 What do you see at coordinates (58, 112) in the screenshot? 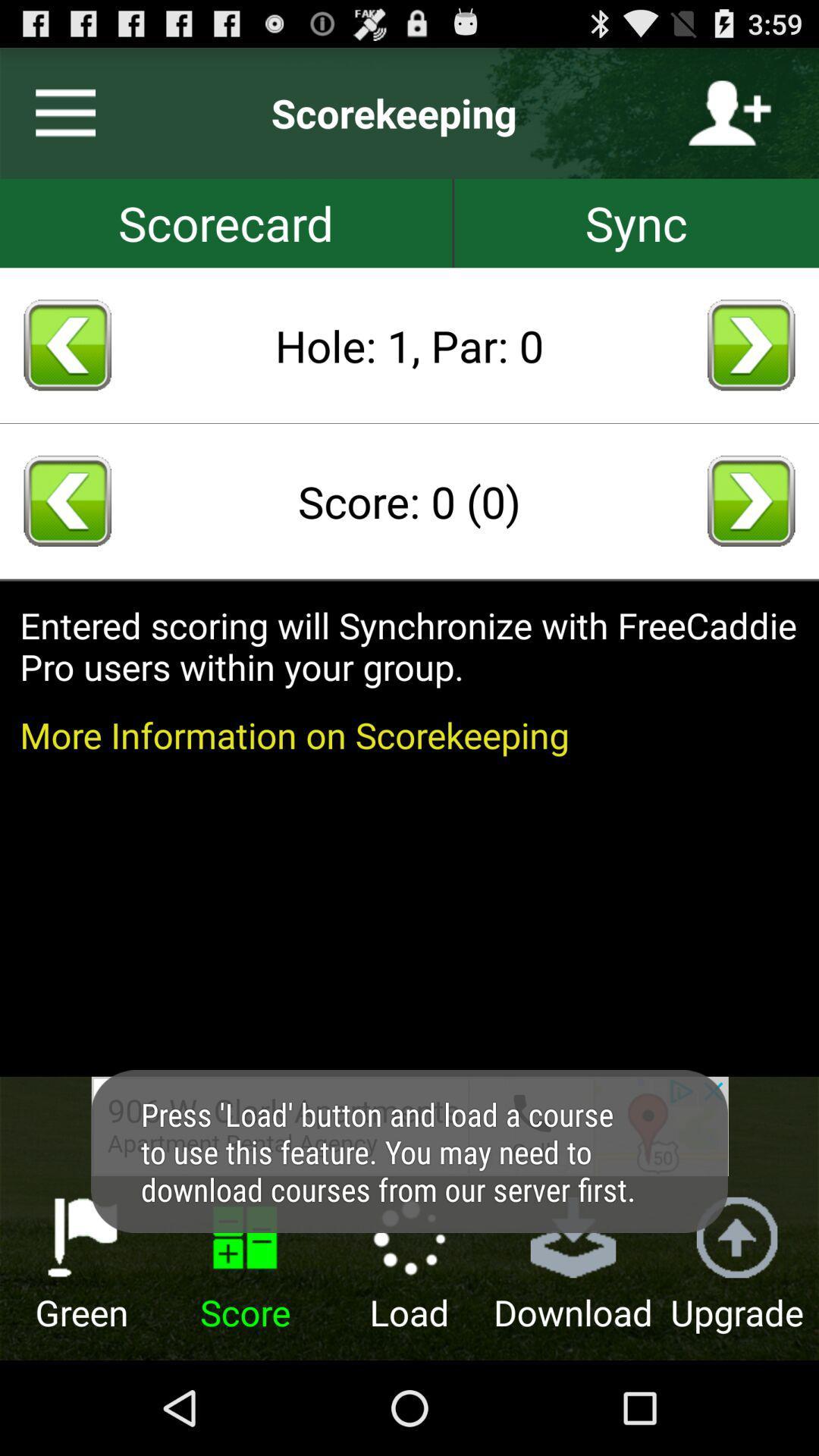
I see `the menu icon at the top right` at bounding box center [58, 112].